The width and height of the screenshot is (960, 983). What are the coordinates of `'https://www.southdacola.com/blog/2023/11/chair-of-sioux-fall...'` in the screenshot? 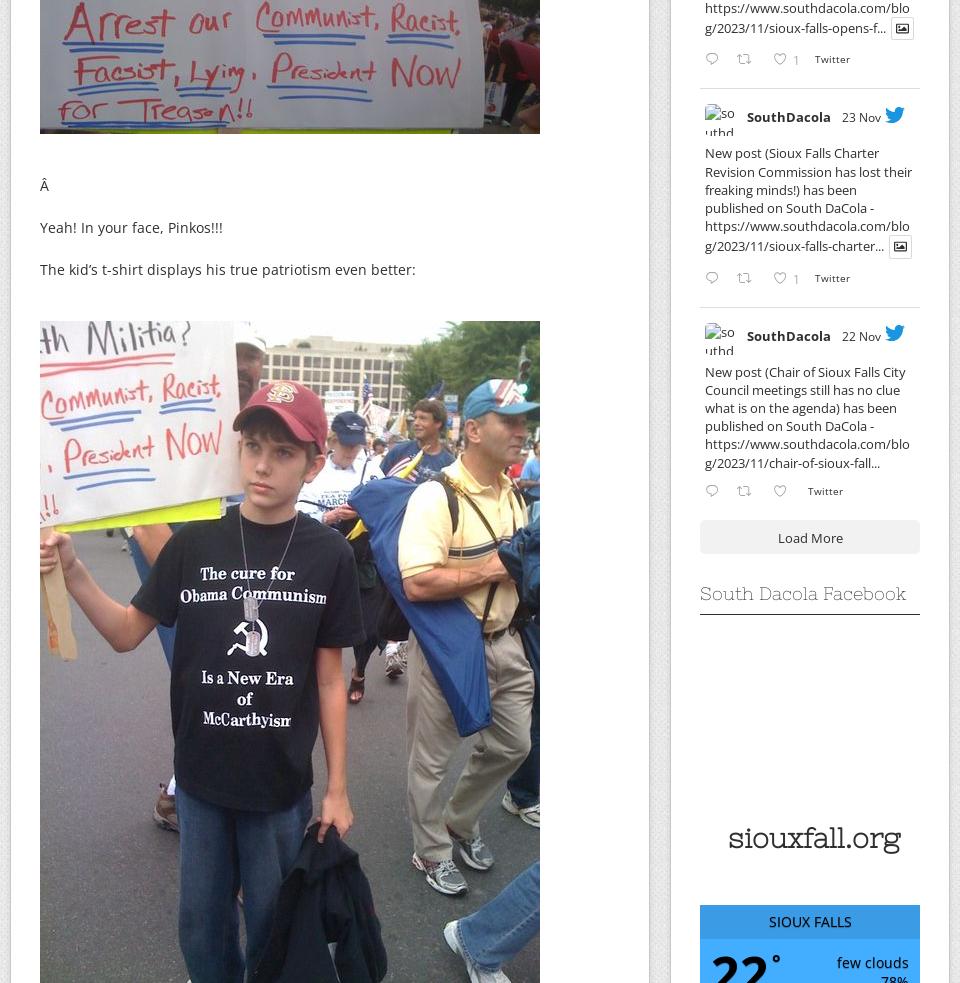 It's located at (705, 451).